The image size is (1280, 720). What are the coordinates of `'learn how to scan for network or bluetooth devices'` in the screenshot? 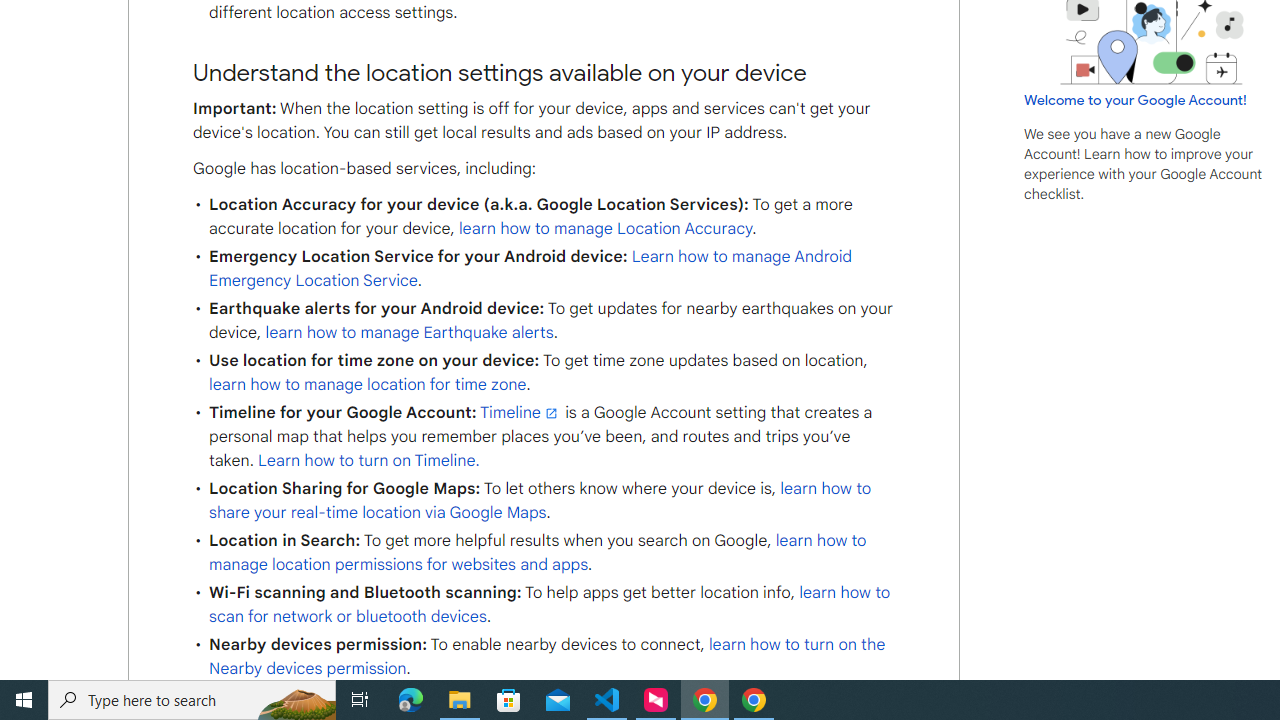 It's located at (549, 604).